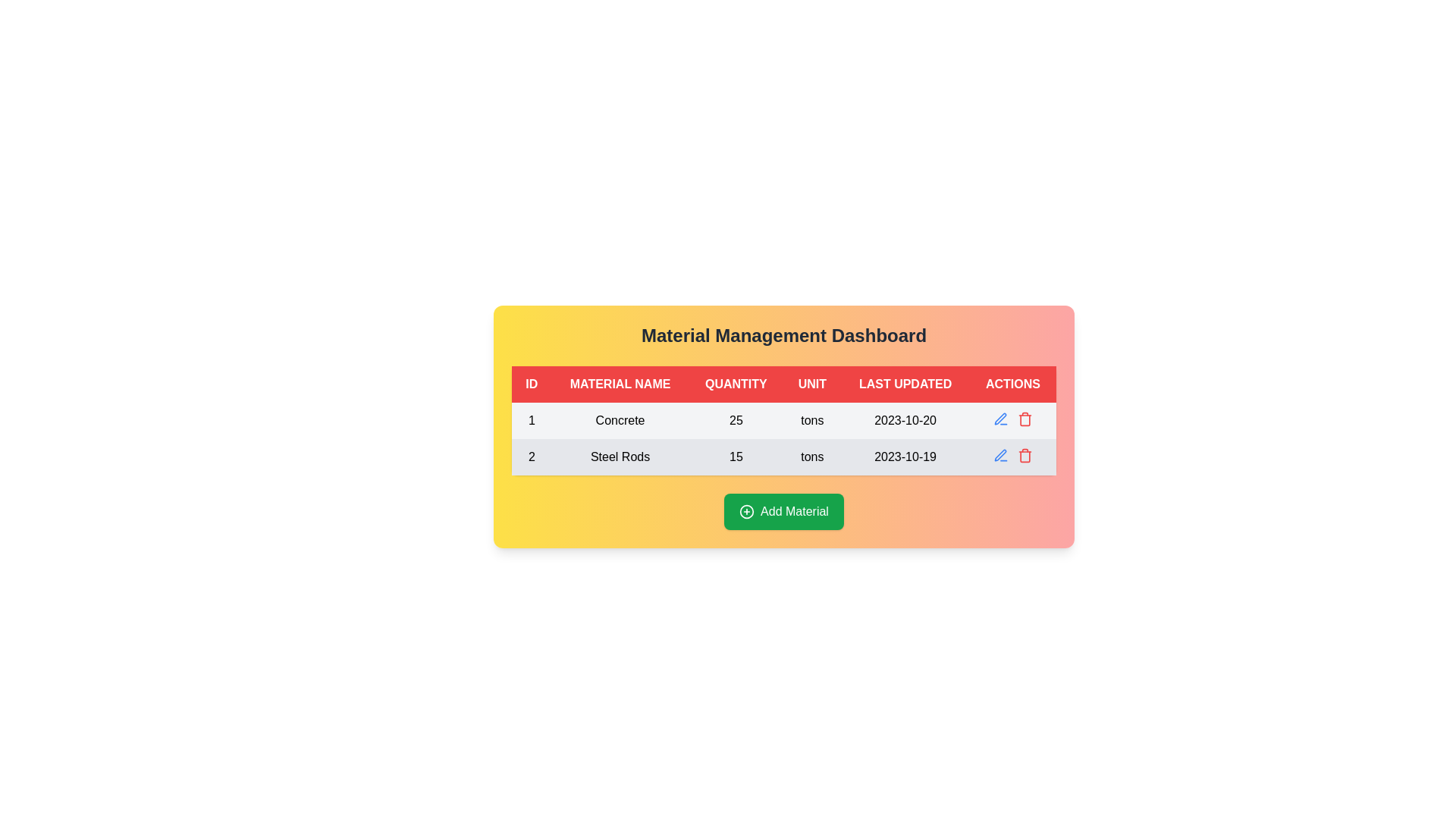  What do you see at coordinates (736, 456) in the screenshot?
I see `the numerical entry displaying '15' in bold black text within the 'QUANTITY' column of the 'Steel Rods' row in the data table` at bounding box center [736, 456].